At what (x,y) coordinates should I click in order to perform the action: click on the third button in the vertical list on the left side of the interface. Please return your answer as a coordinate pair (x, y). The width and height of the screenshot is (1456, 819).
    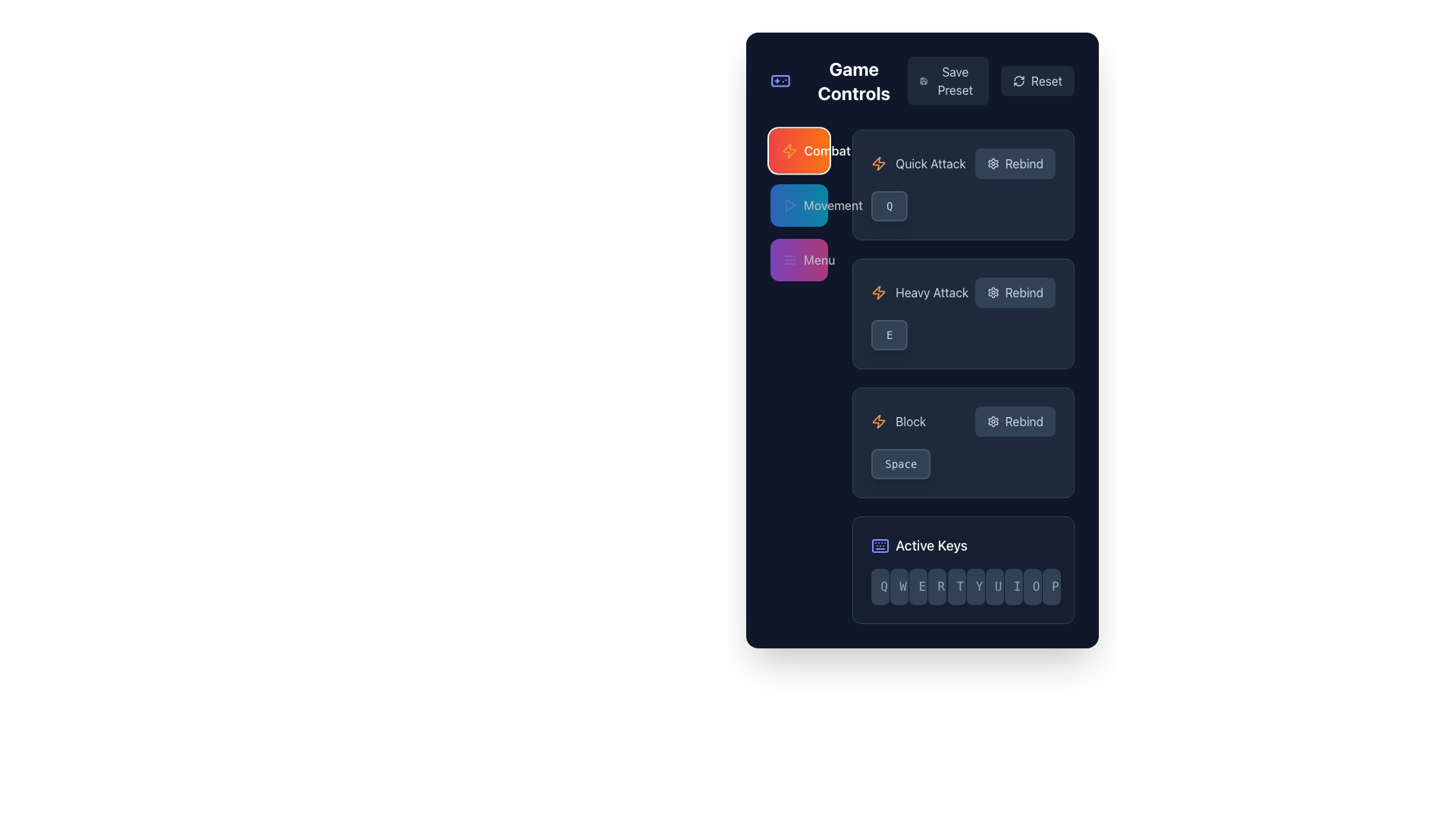
    Looking at the image, I should click on (799, 259).